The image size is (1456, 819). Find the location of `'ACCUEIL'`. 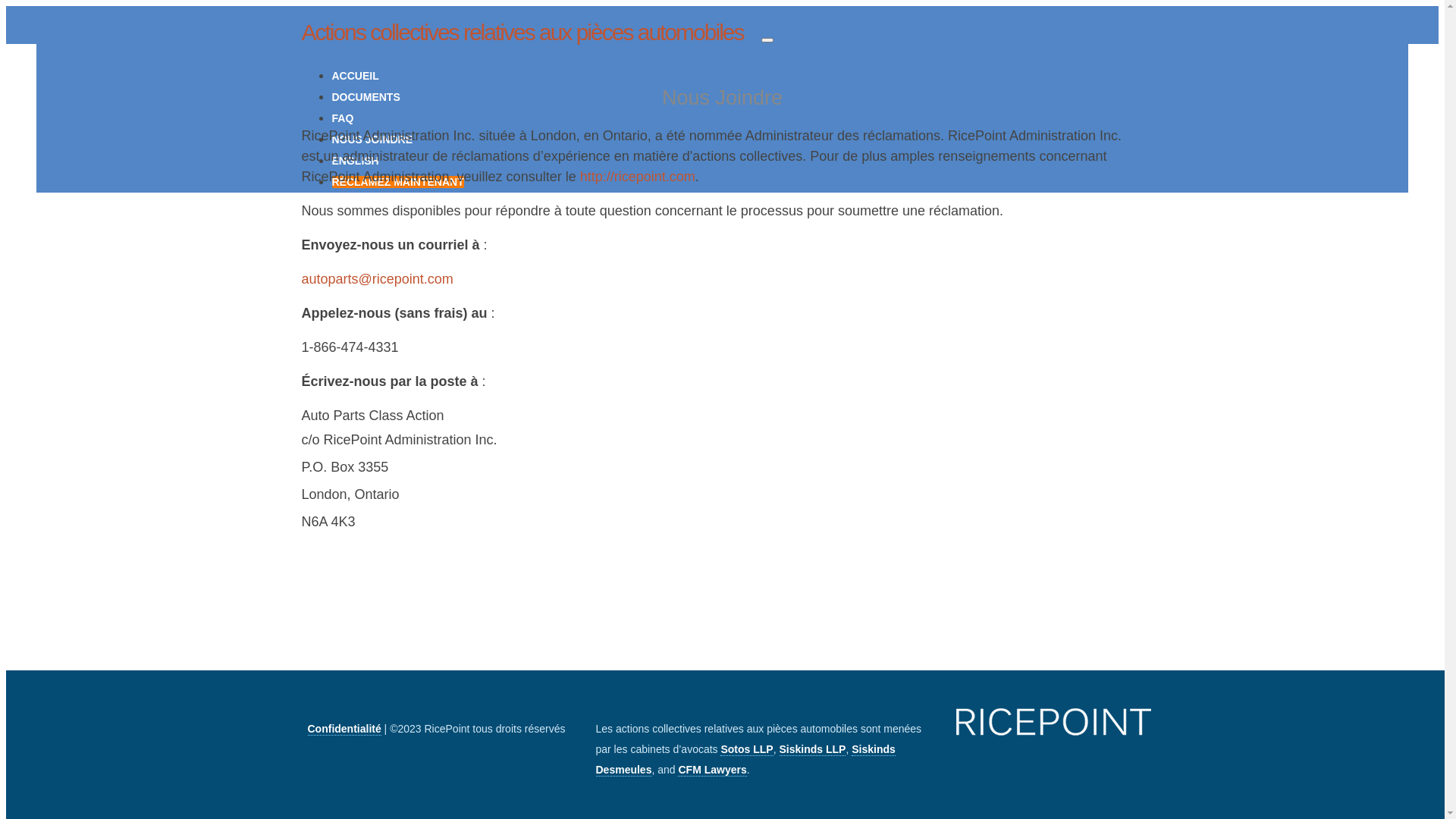

'ACCUEIL' is located at coordinates (355, 76).